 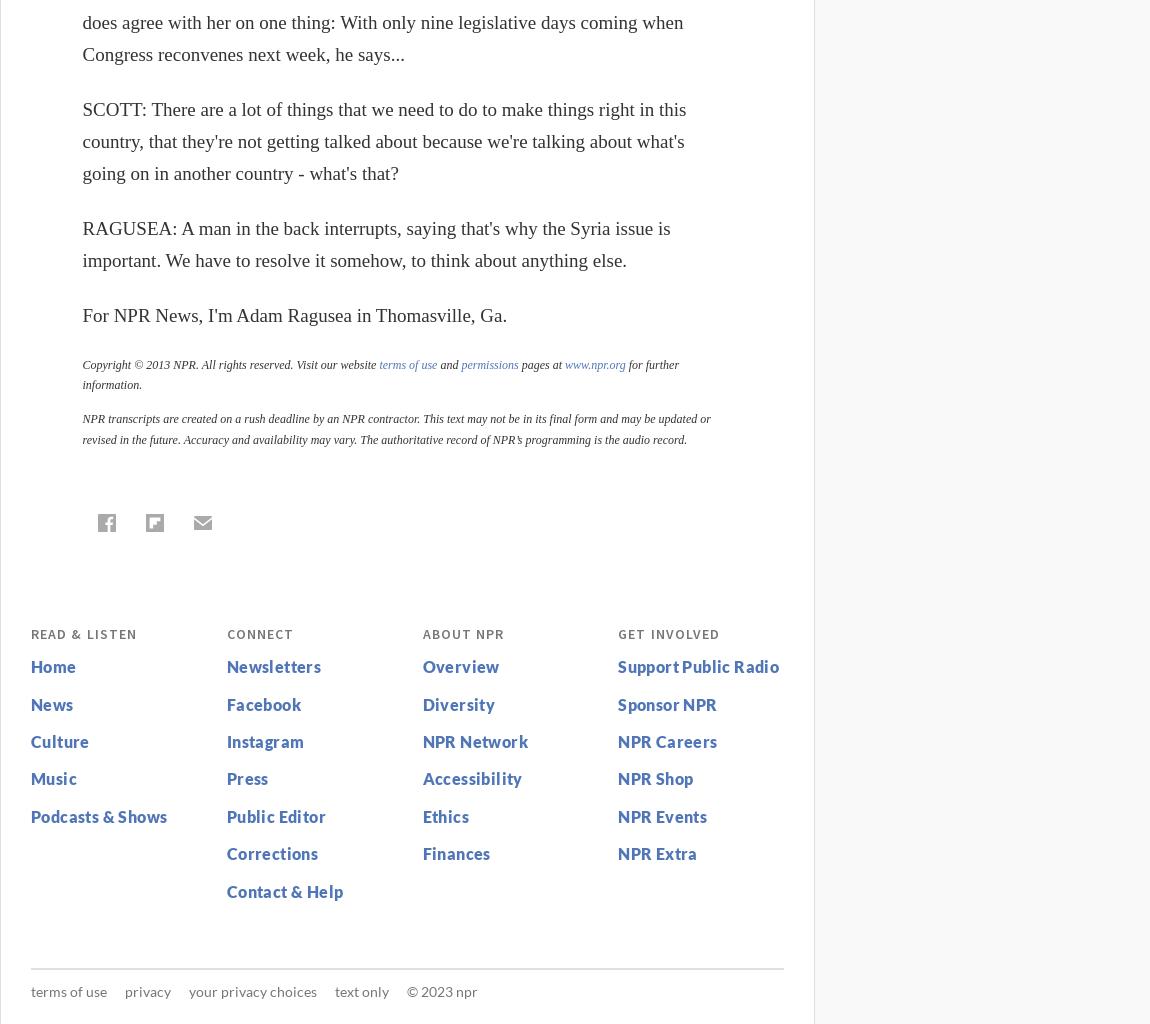 What do you see at coordinates (489, 364) in the screenshot?
I see `'permissions'` at bounding box center [489, 364].